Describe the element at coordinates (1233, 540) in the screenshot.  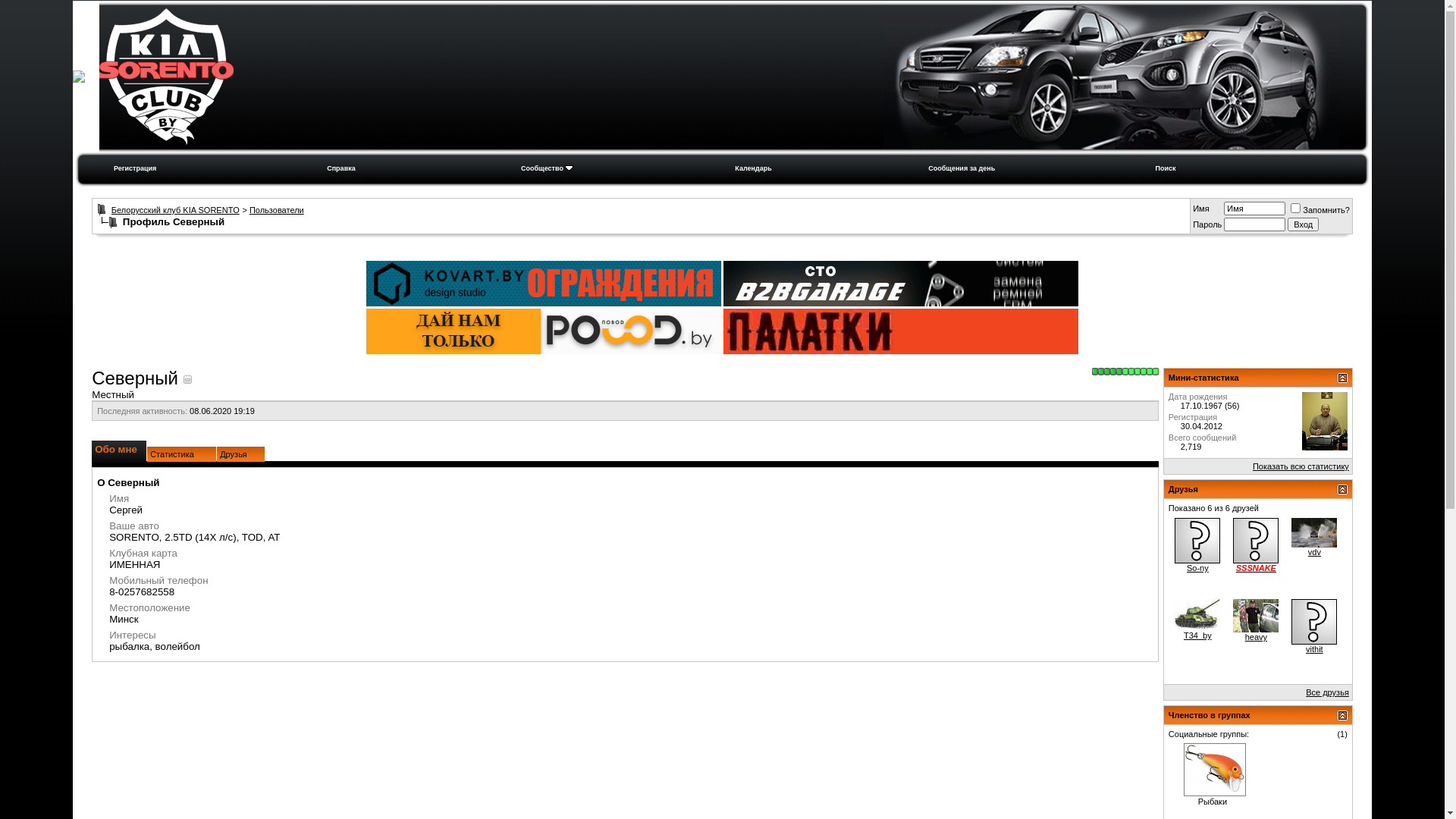
I see `'SSSNAKE'` at that location.